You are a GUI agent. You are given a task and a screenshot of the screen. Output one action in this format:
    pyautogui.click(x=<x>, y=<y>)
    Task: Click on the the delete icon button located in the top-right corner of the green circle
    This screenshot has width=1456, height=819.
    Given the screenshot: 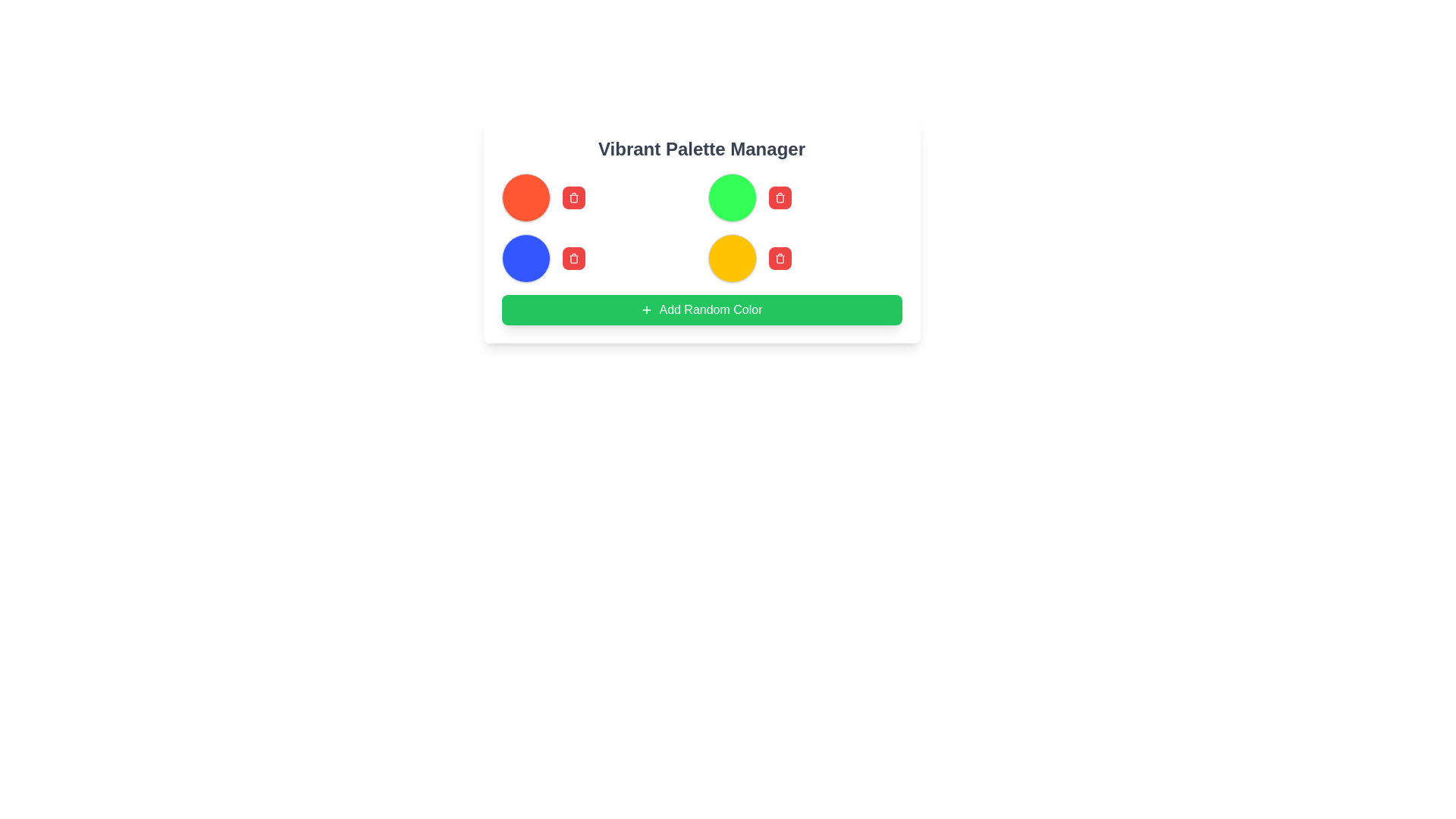 What is the action you would take?
    pyautogui.click(x=780, y=197)
    